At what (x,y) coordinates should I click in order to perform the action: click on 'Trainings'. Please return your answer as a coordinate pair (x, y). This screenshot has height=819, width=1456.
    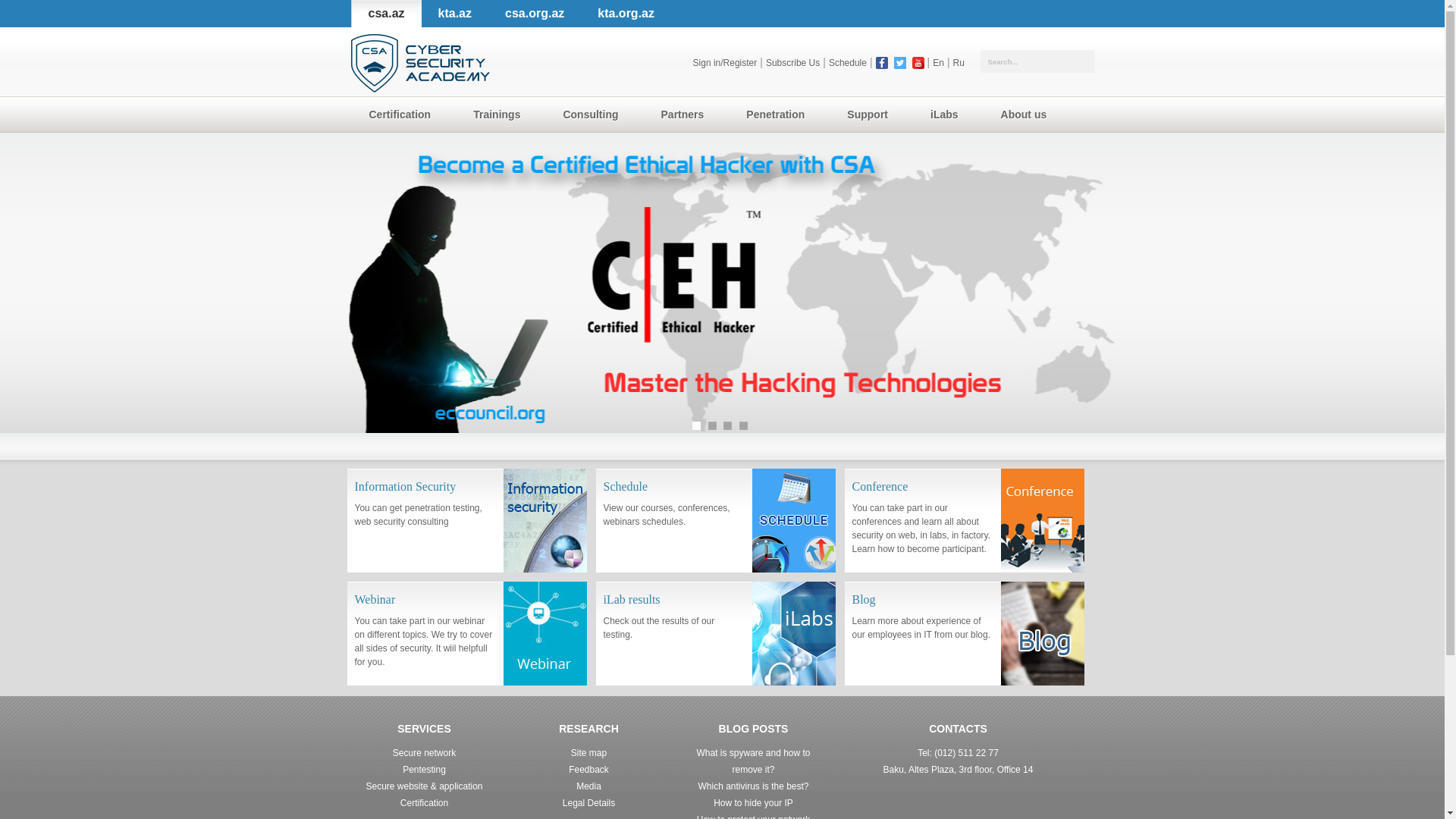
    Looking at the image, I should click on (499, 114).